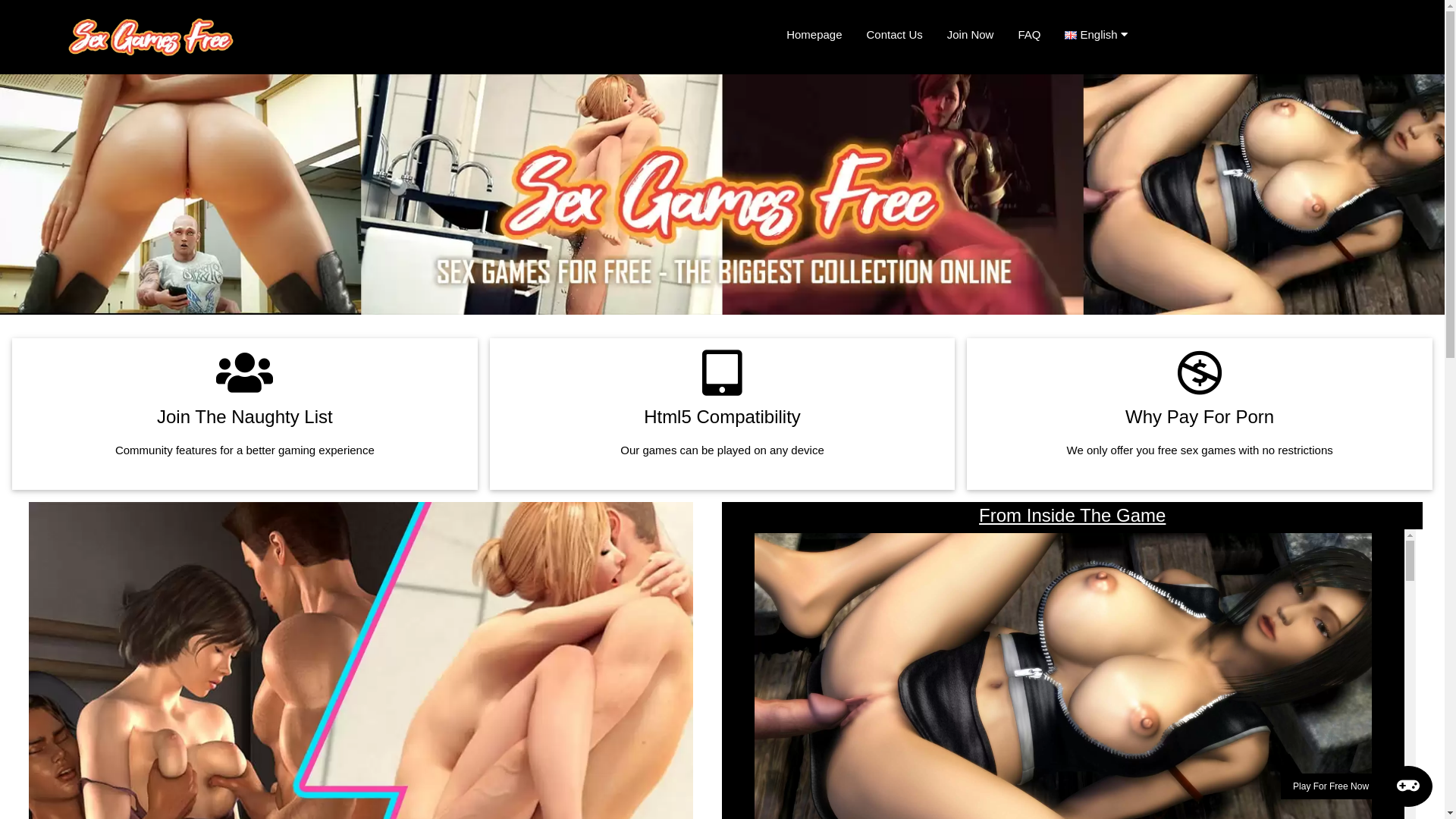 Image resolution: width=1456 pixels, height=819 pixels. I want to click on 'Join Now', so click(971, 34).